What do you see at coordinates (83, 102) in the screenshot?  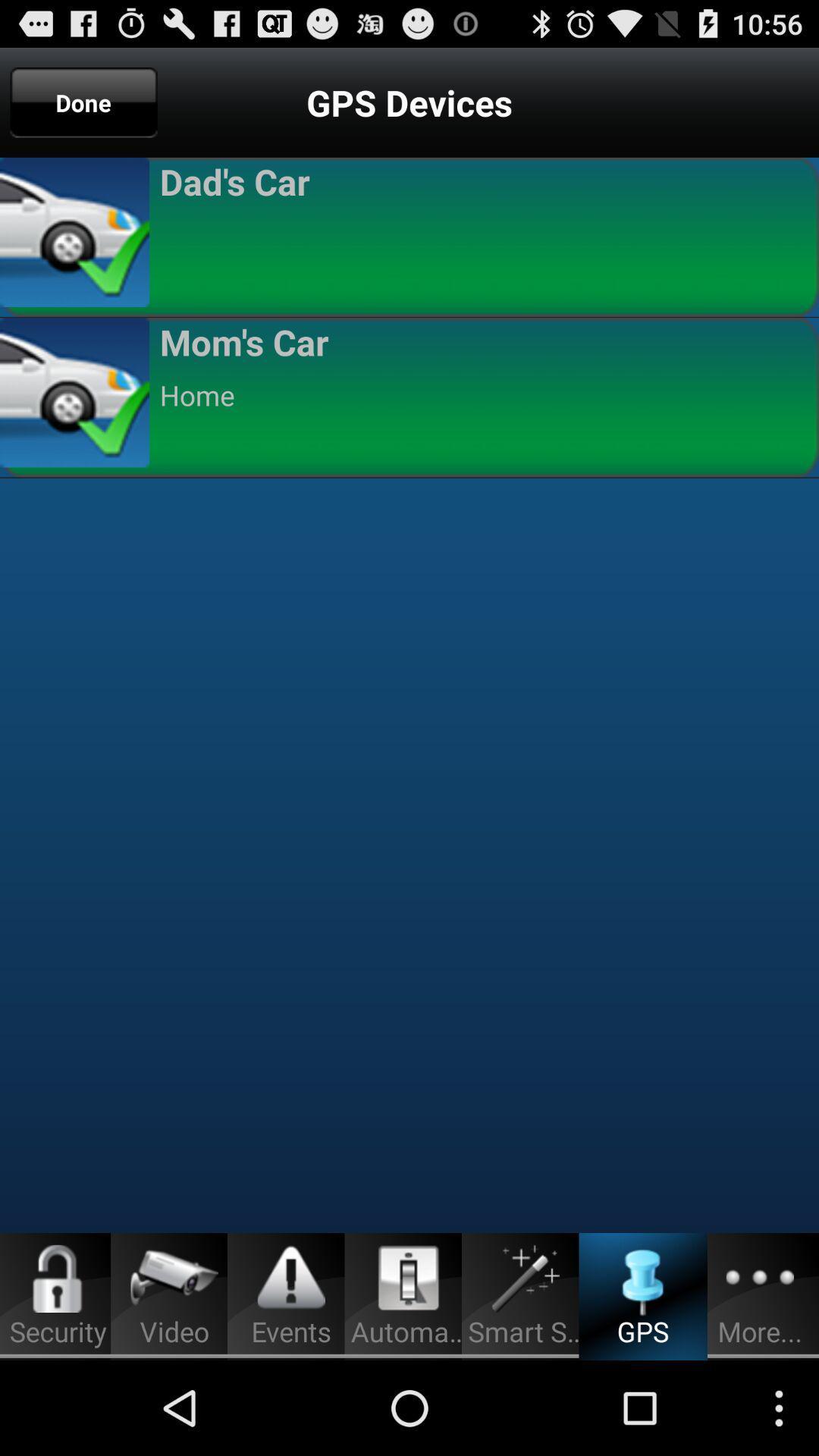 I see `the done` at bounding box center [83, 102].